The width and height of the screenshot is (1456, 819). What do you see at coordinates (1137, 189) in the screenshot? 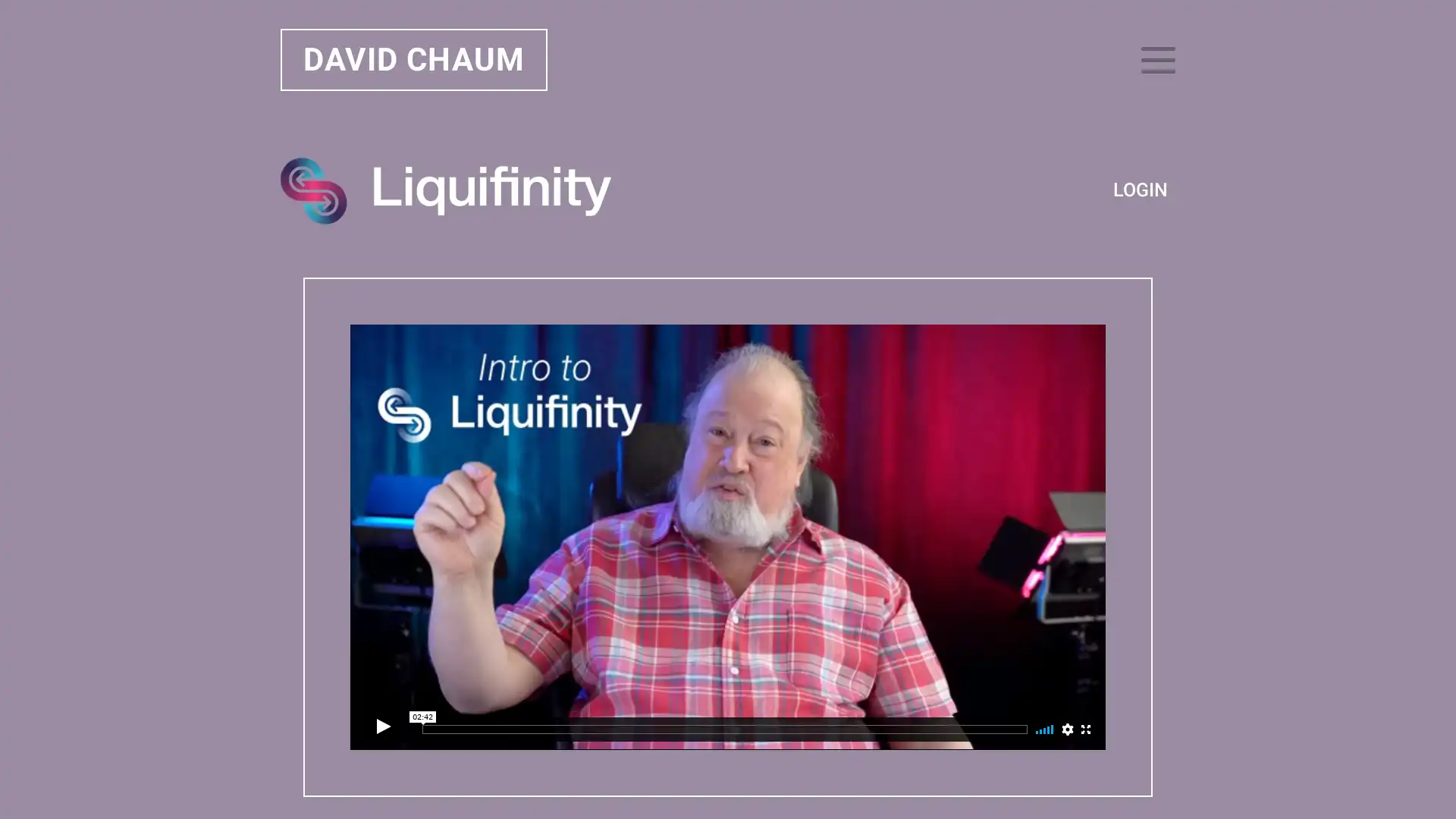
I see `LOGIN` at bounding box center [1137, 189].